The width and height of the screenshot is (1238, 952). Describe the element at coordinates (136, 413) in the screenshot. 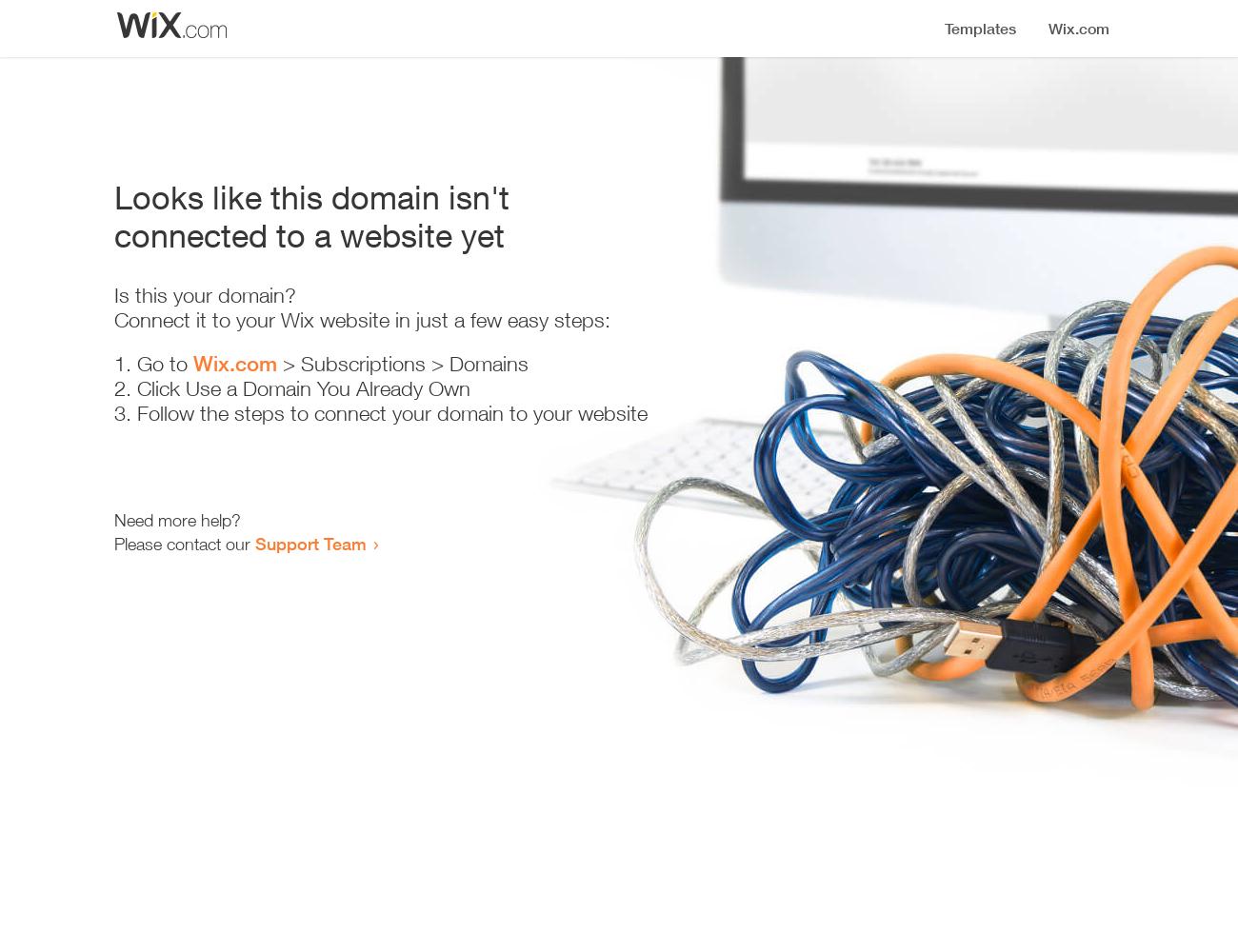

I see `'Follow the steps to connect your domain to your website'` at that location.